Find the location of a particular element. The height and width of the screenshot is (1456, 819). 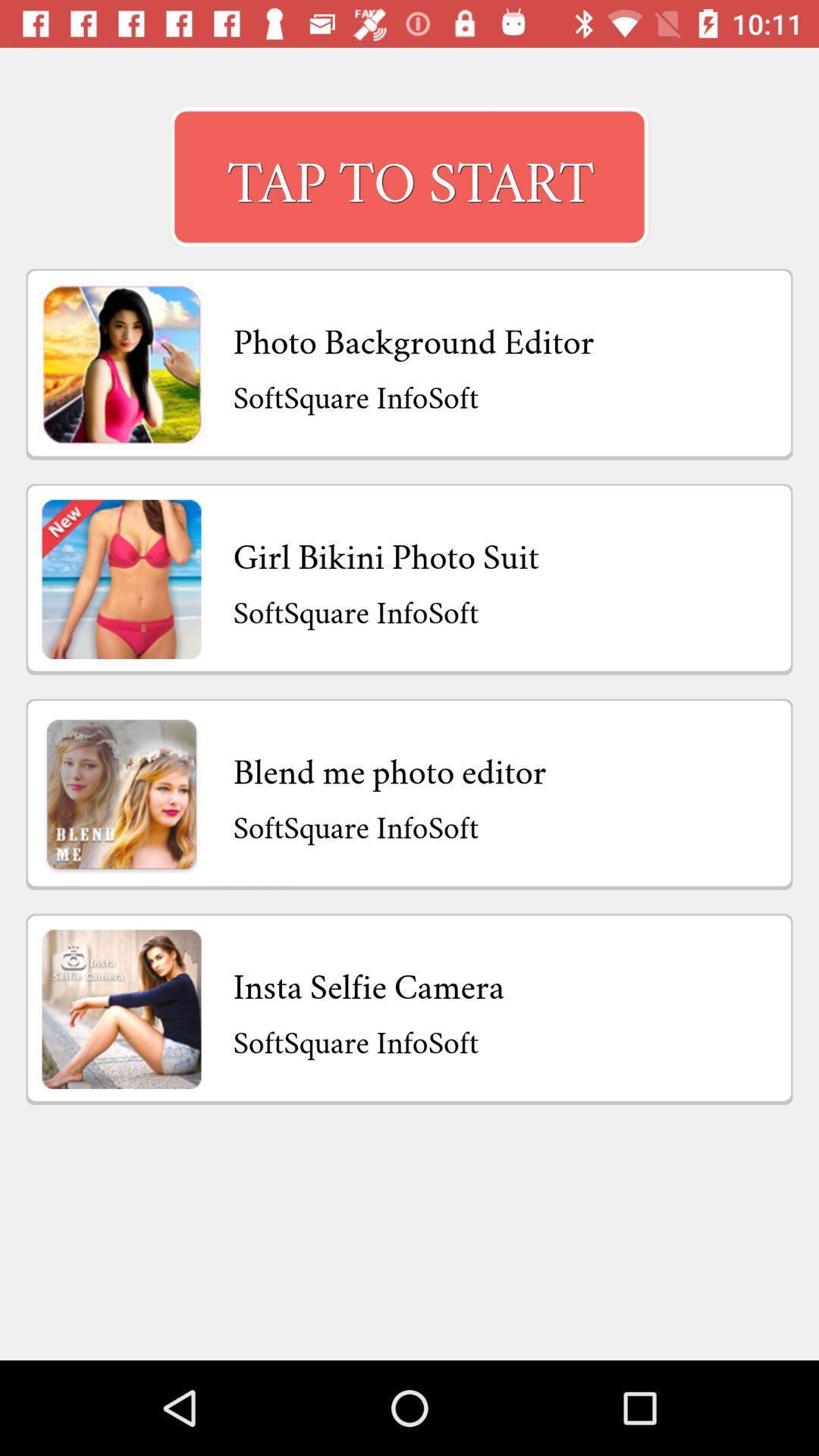

item below softsquare infosoft icon is located at coordinates (369, 983).